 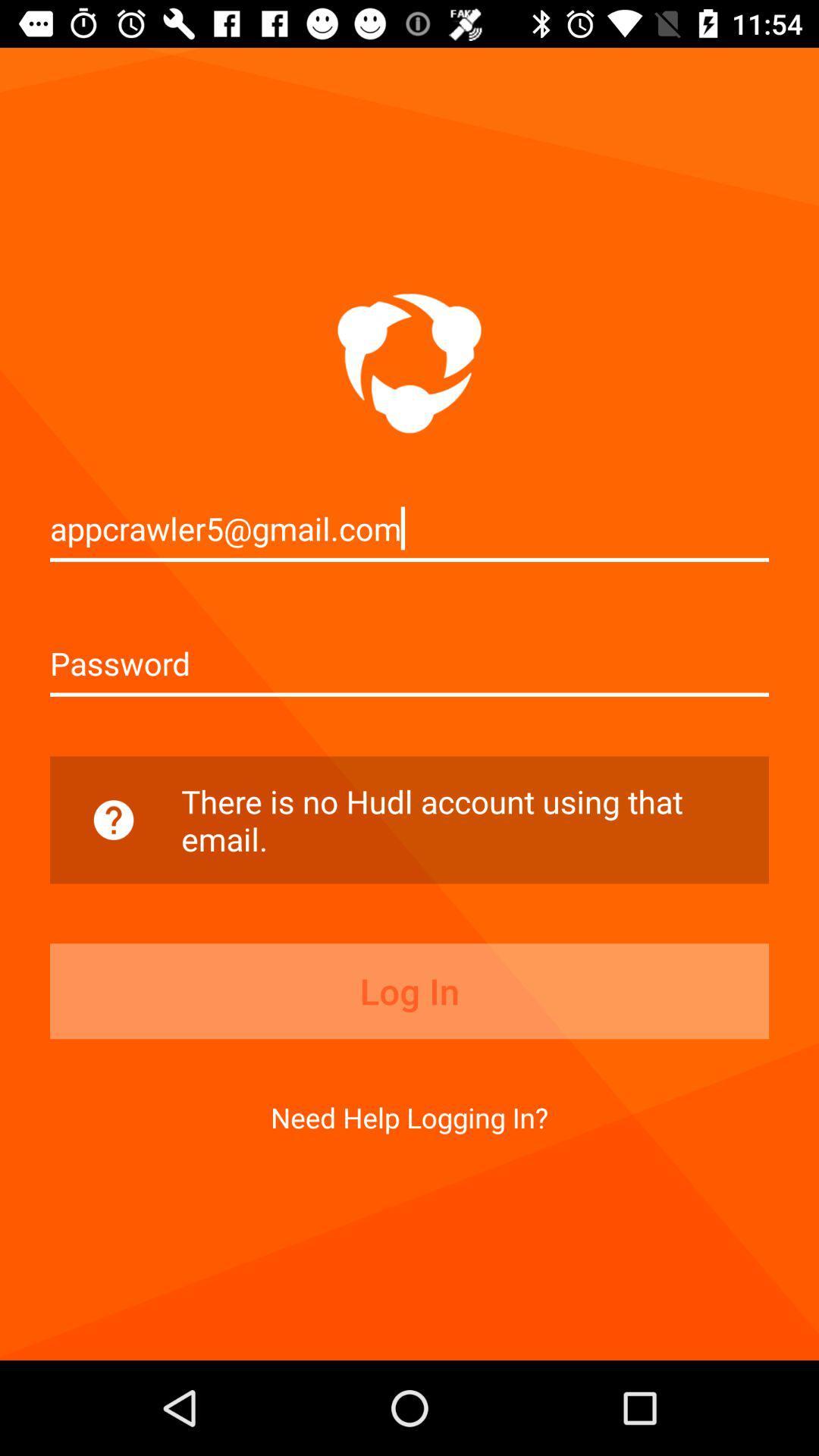 What do you see at coordinates (409, 1117) in the screenshot?
I see `need help logging` at bounding box center [409, 1117].